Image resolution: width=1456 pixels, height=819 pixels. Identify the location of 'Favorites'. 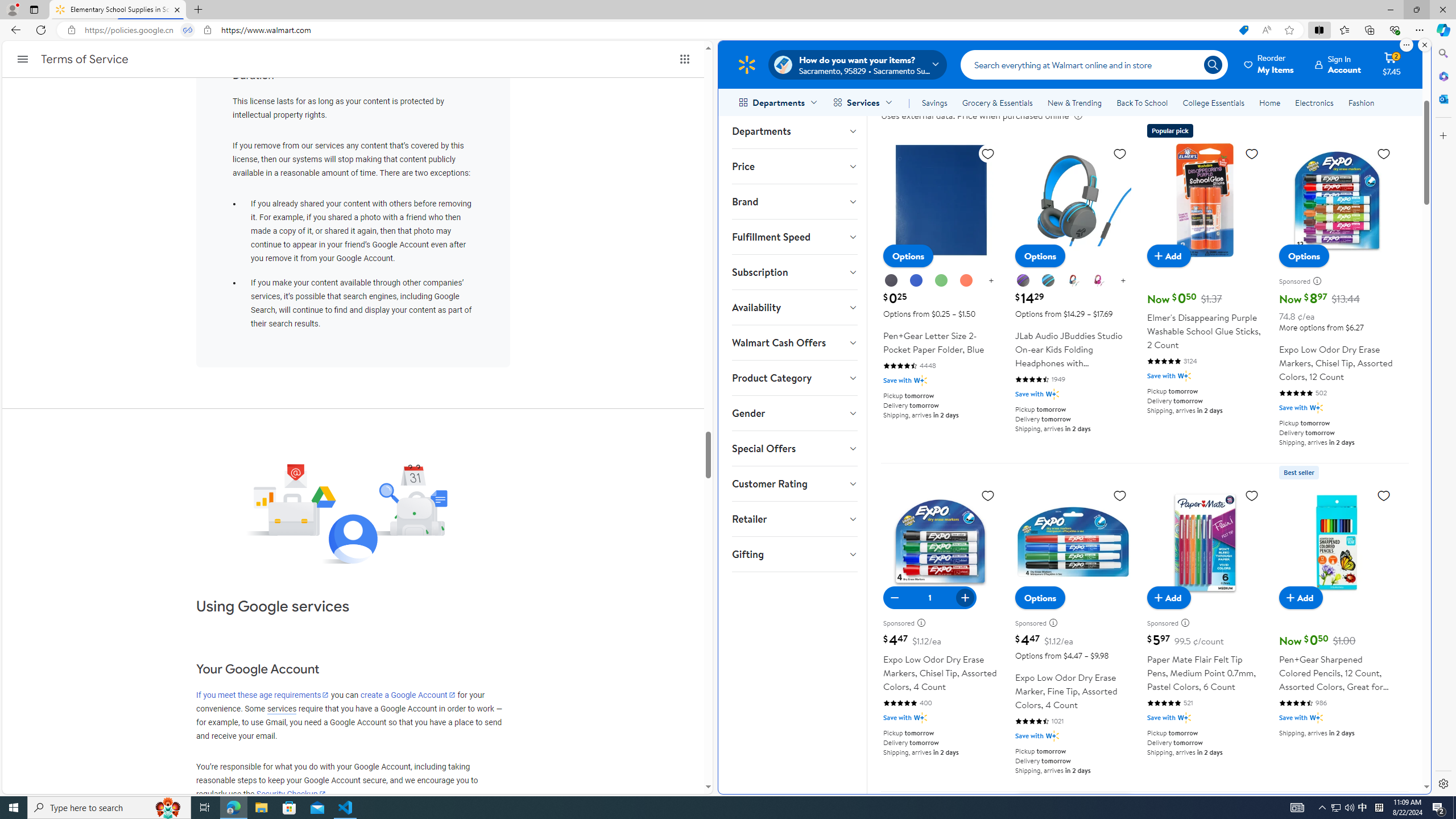
(1345, 29).